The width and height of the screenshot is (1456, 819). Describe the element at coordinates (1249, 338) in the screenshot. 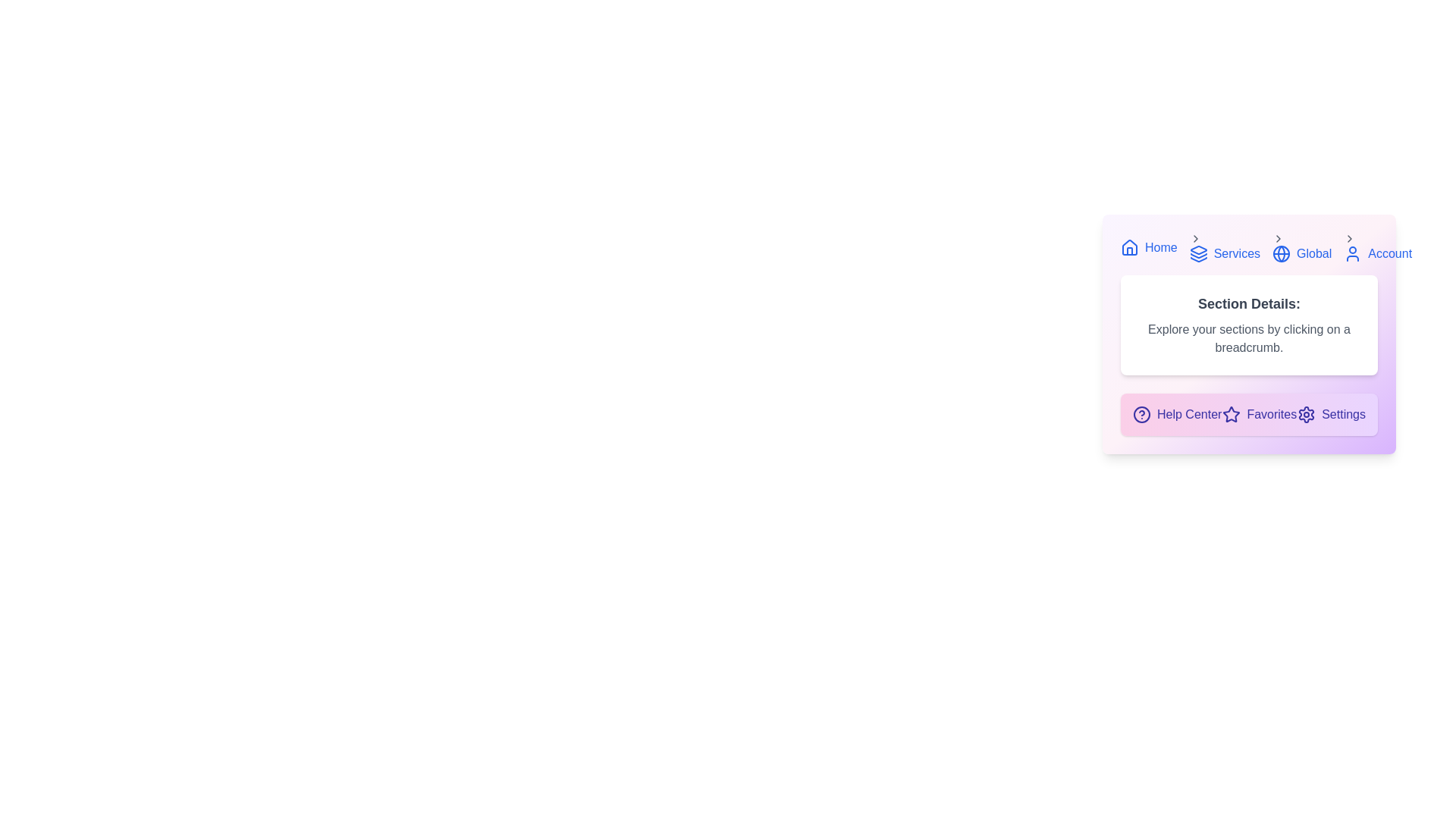

I see `explanatory text element located beneath 'Section Details:' within a white, rounded, shadowed box` at that location.